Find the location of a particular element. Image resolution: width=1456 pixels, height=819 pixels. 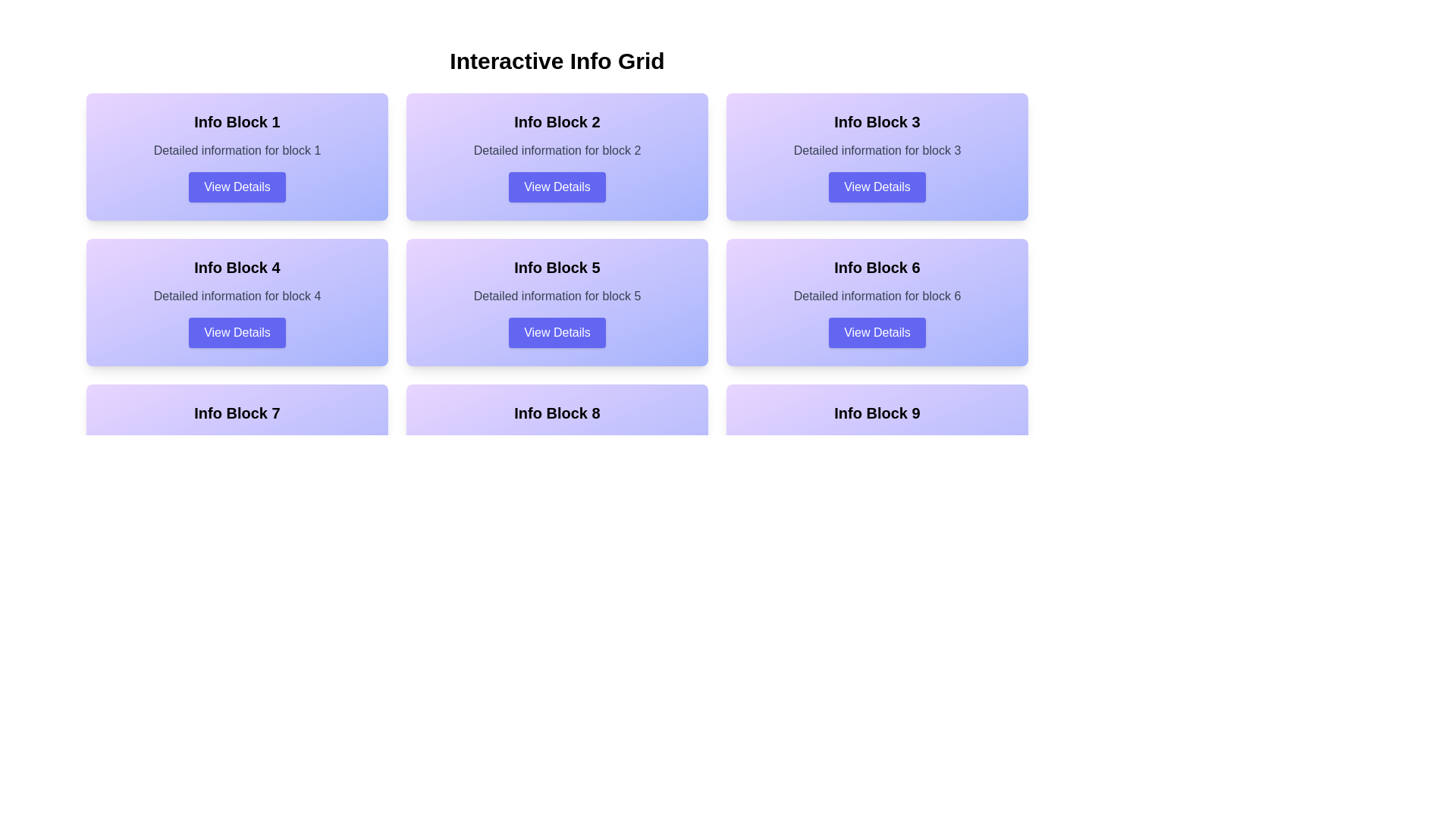

the static text label reading 'Detailed information for block 7', which is styled in gray and located below the 'Info Block 7' title within the purple-gradient card is located at coordinates (236, 441).